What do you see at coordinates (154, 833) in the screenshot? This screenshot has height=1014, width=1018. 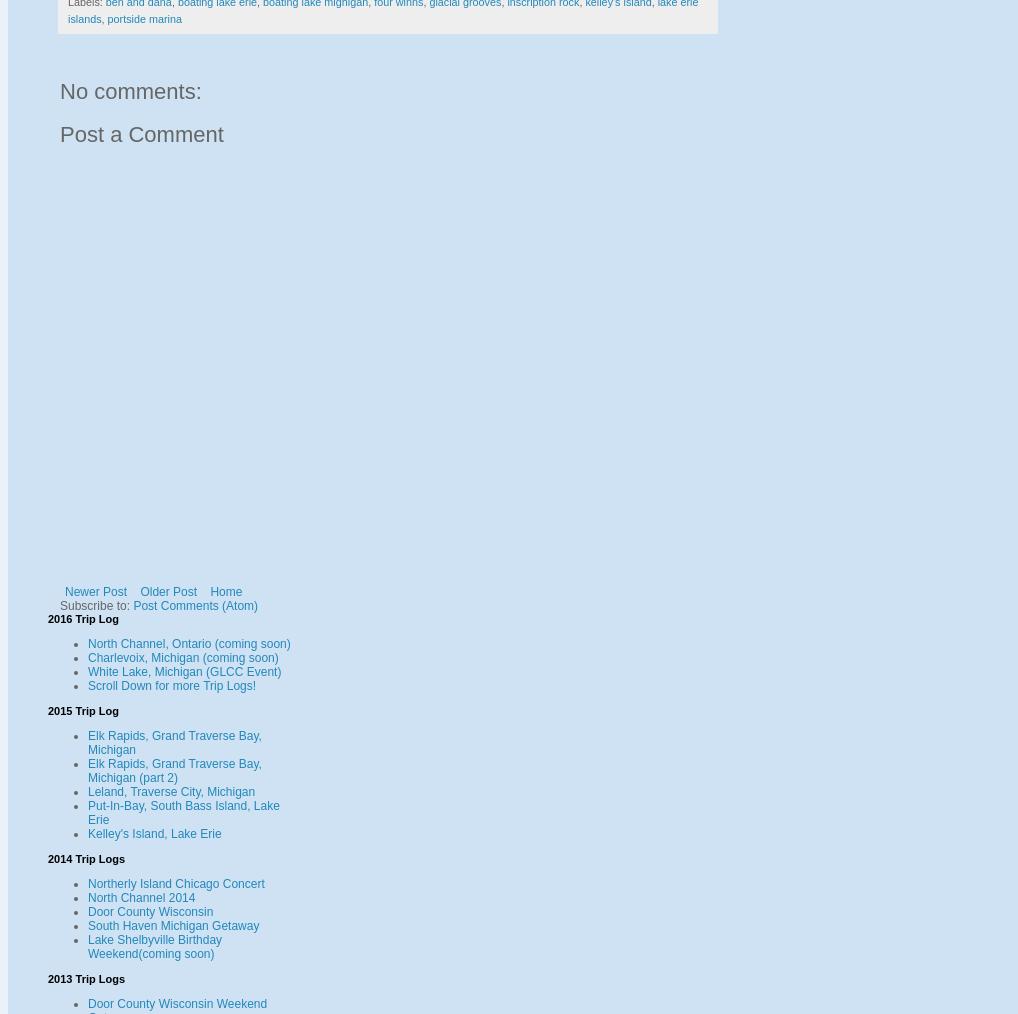 I see `'Kelley's Island, Lake Erie'` at bounding box center [154, 833].